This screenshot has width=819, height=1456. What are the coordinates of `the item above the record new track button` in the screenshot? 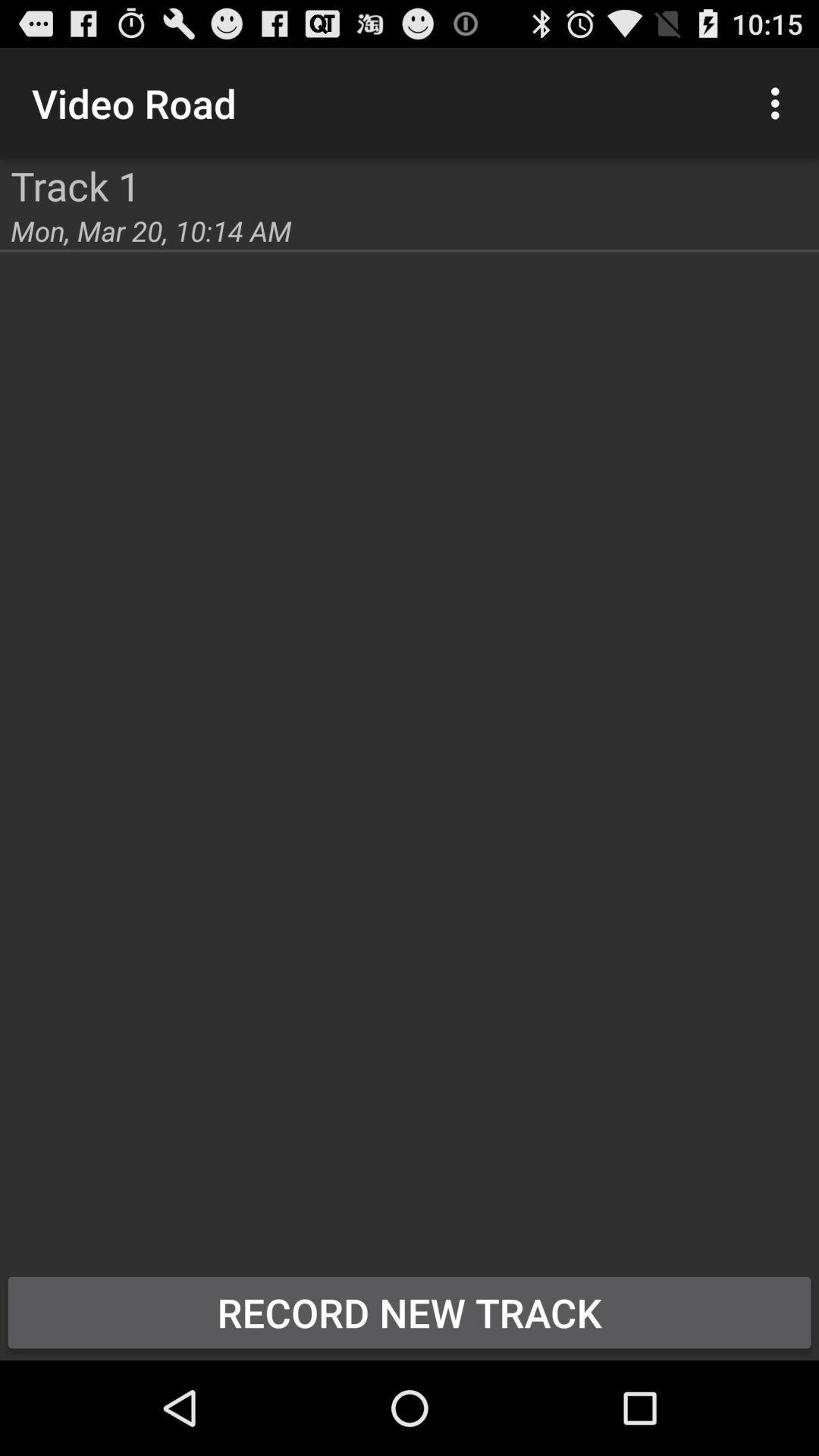 It's located at (151, 230).